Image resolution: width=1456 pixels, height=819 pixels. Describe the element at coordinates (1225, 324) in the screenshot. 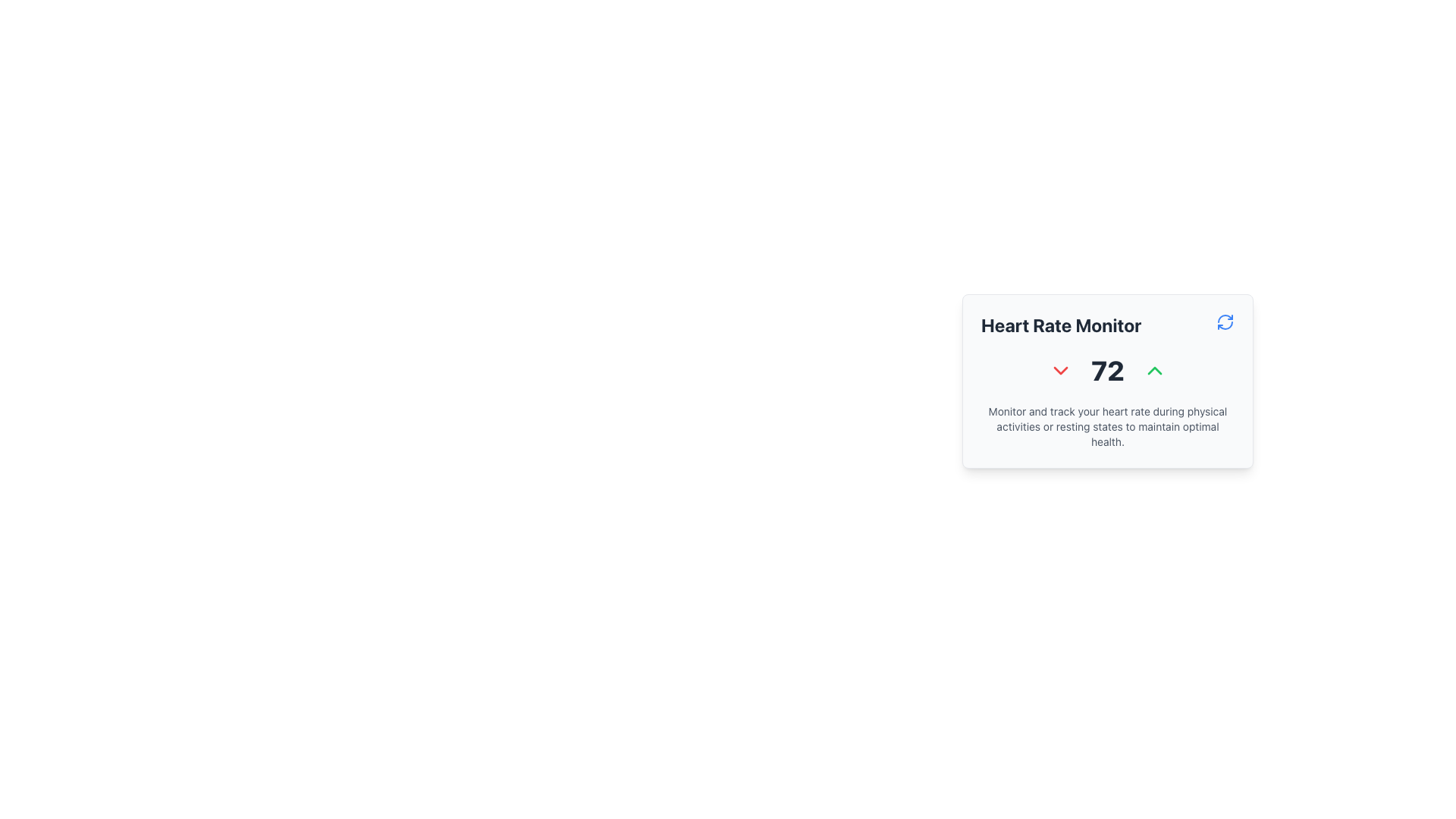

I see `the bottom-right portion of the circular arrow icon indicating a refresh action, which is colored blue and located in the top-right corner of the heart rate monitoring card` at that location.